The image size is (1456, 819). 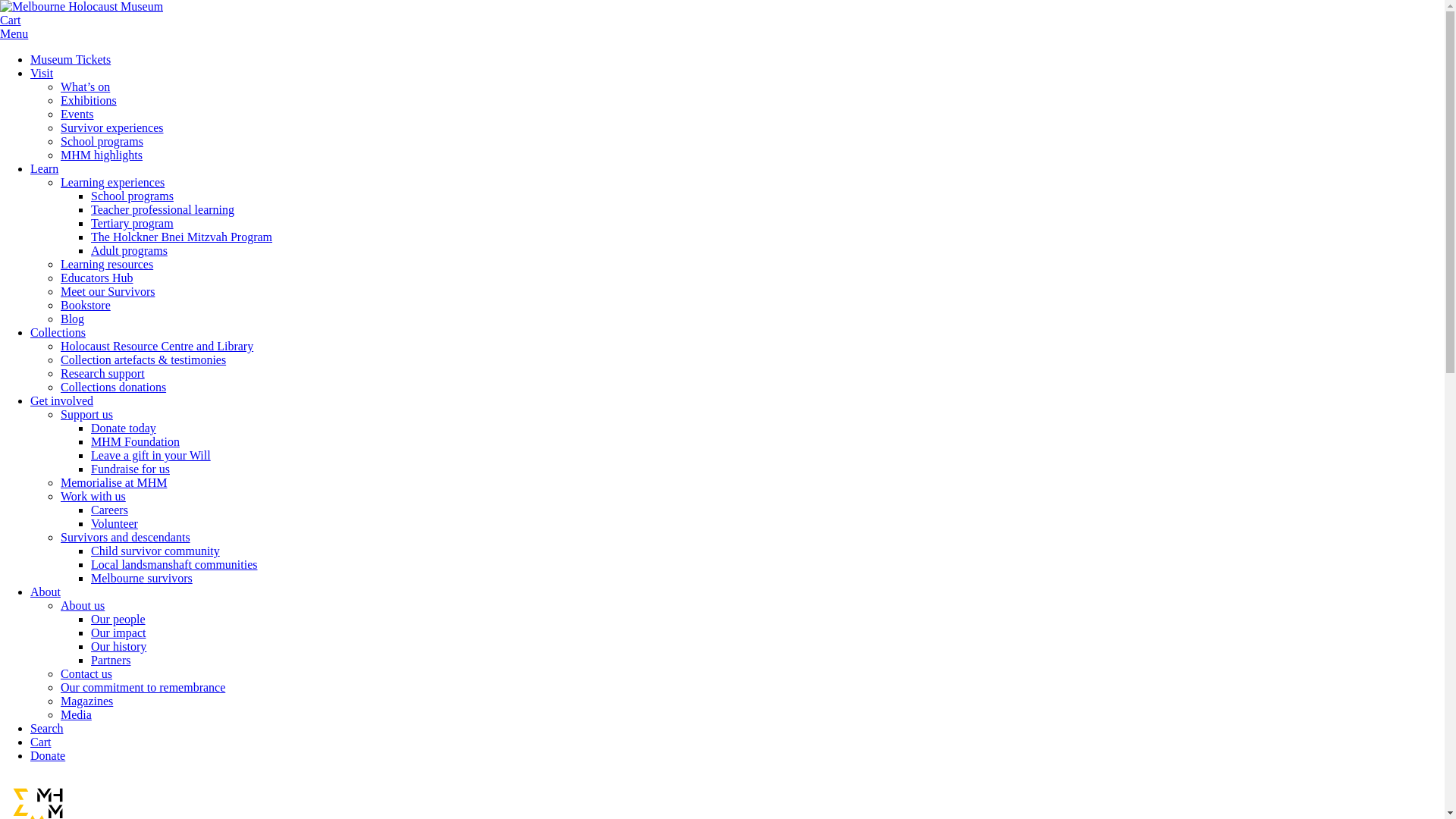 I want to click on 'Our history', so click(x=90, y=646).